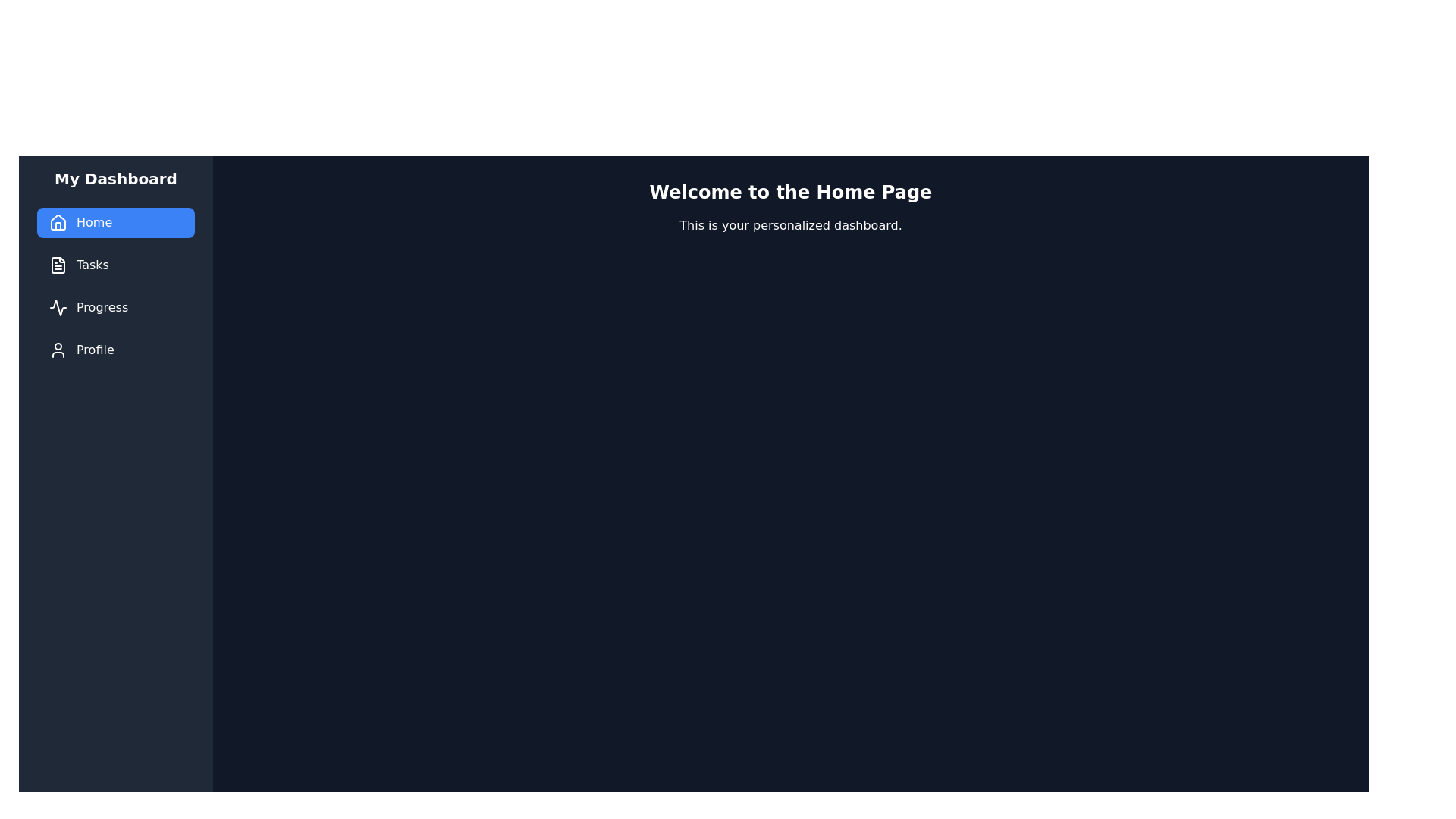  What do you see at coordinates (115, 350) in the screenshot?
I see `the 'Profile' button, which is a dark rectangular button with rounded corners located at the bottom of the vertical menu on the left side of the interface` at bounding box center [115, 350].